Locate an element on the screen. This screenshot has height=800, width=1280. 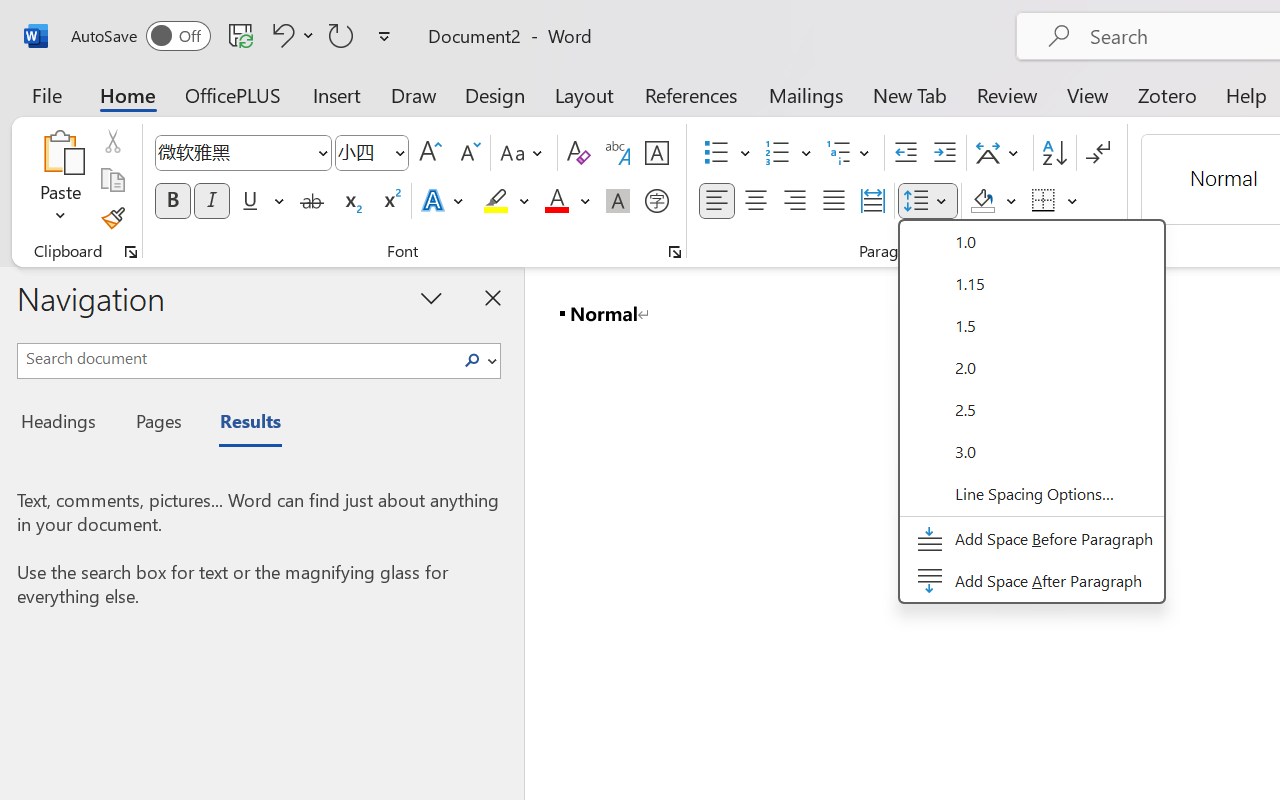
'Review' is located at coordinates (1007, 94).